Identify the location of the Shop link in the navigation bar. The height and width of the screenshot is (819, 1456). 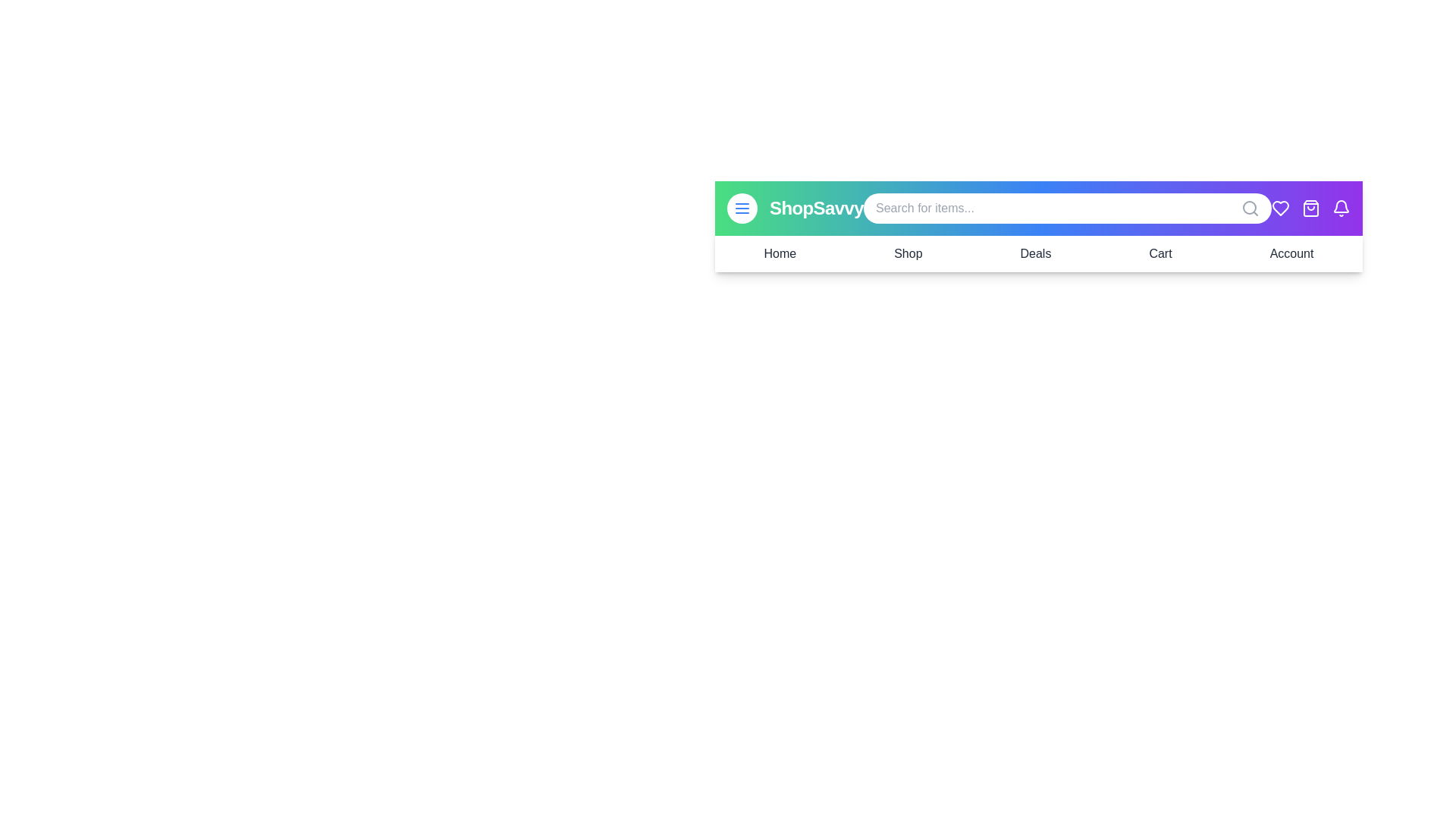
(907, 253).